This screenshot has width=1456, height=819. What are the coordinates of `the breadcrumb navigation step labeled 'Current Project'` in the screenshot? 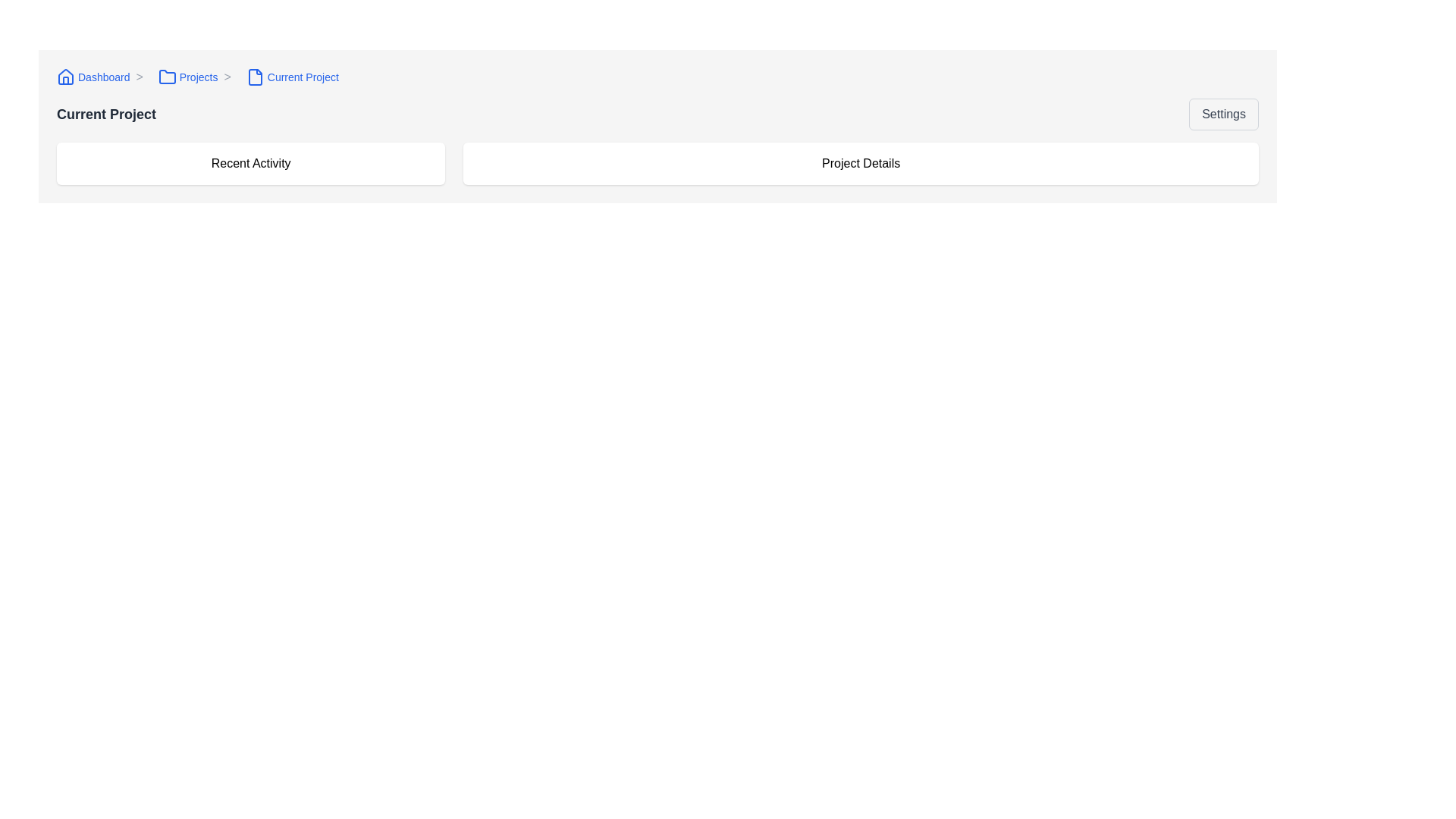 It's located at (292, 77).